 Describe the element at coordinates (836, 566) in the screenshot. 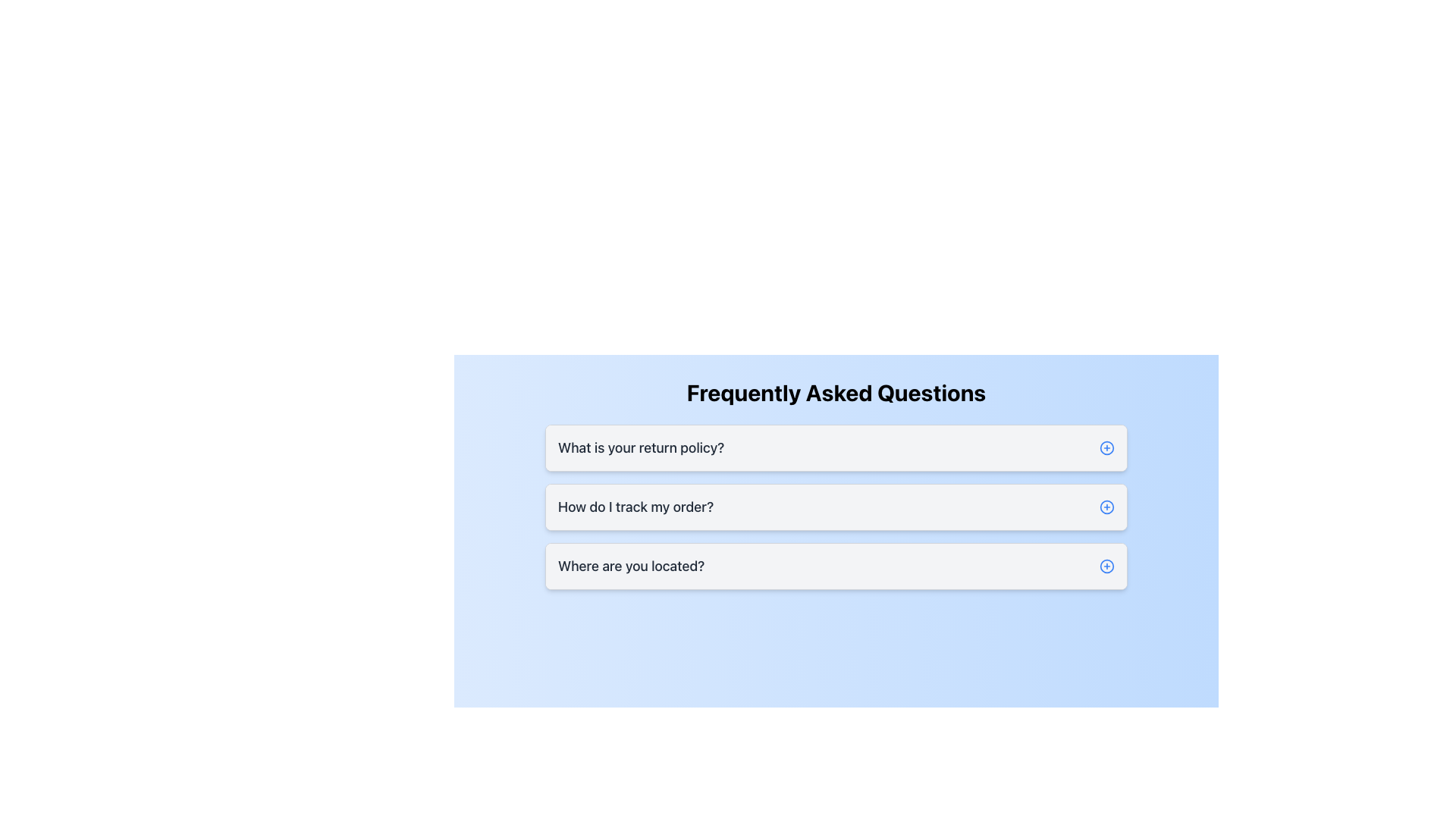

I see `the question toggle for 'Where are you located?'` at that location.